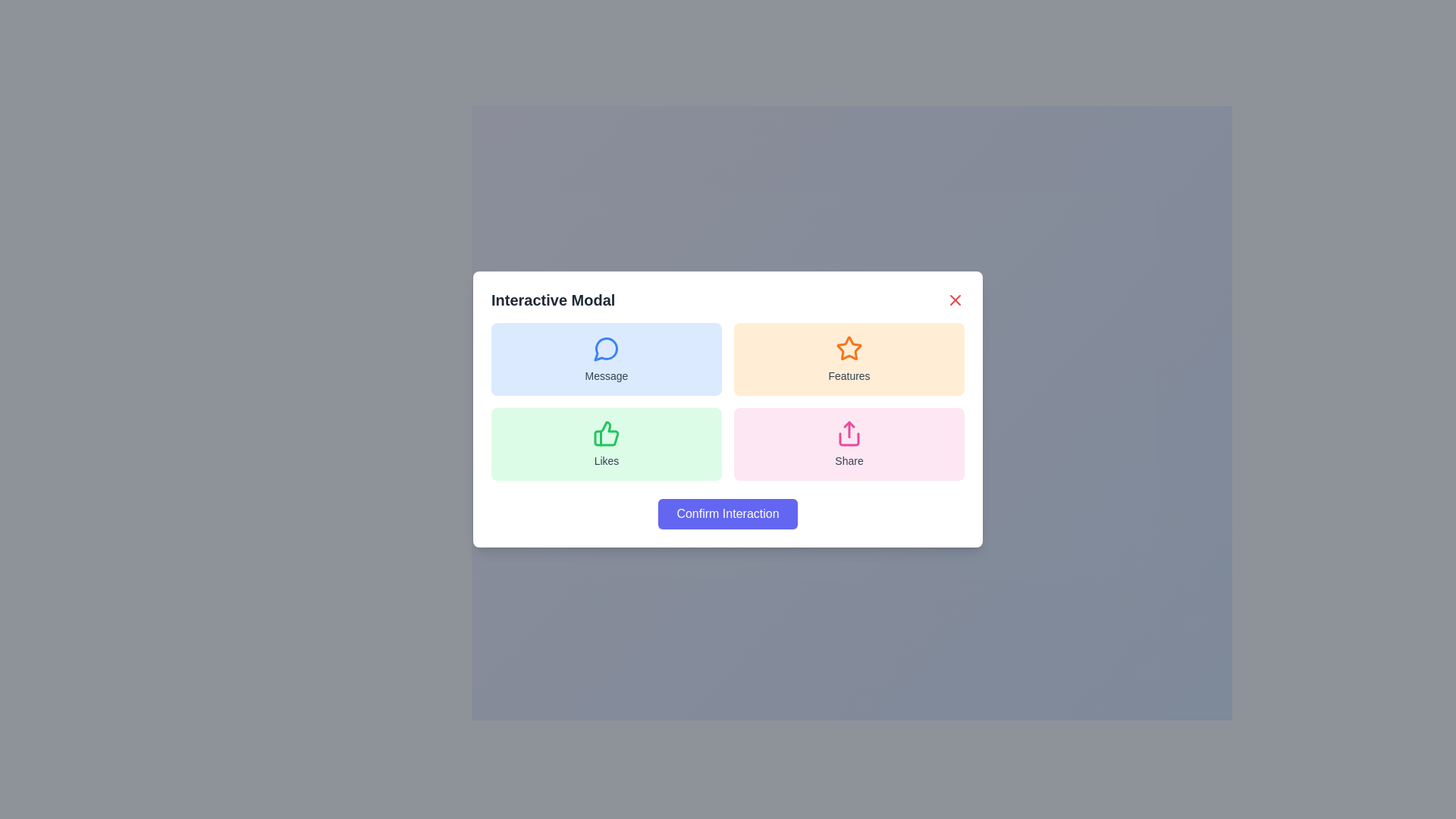  Describe the element at coordinates (552, 300) in the screenshot. I see `the title text label in the top-left section of the white modal dialog box, which serves as a header for the content within the modal` at that location.